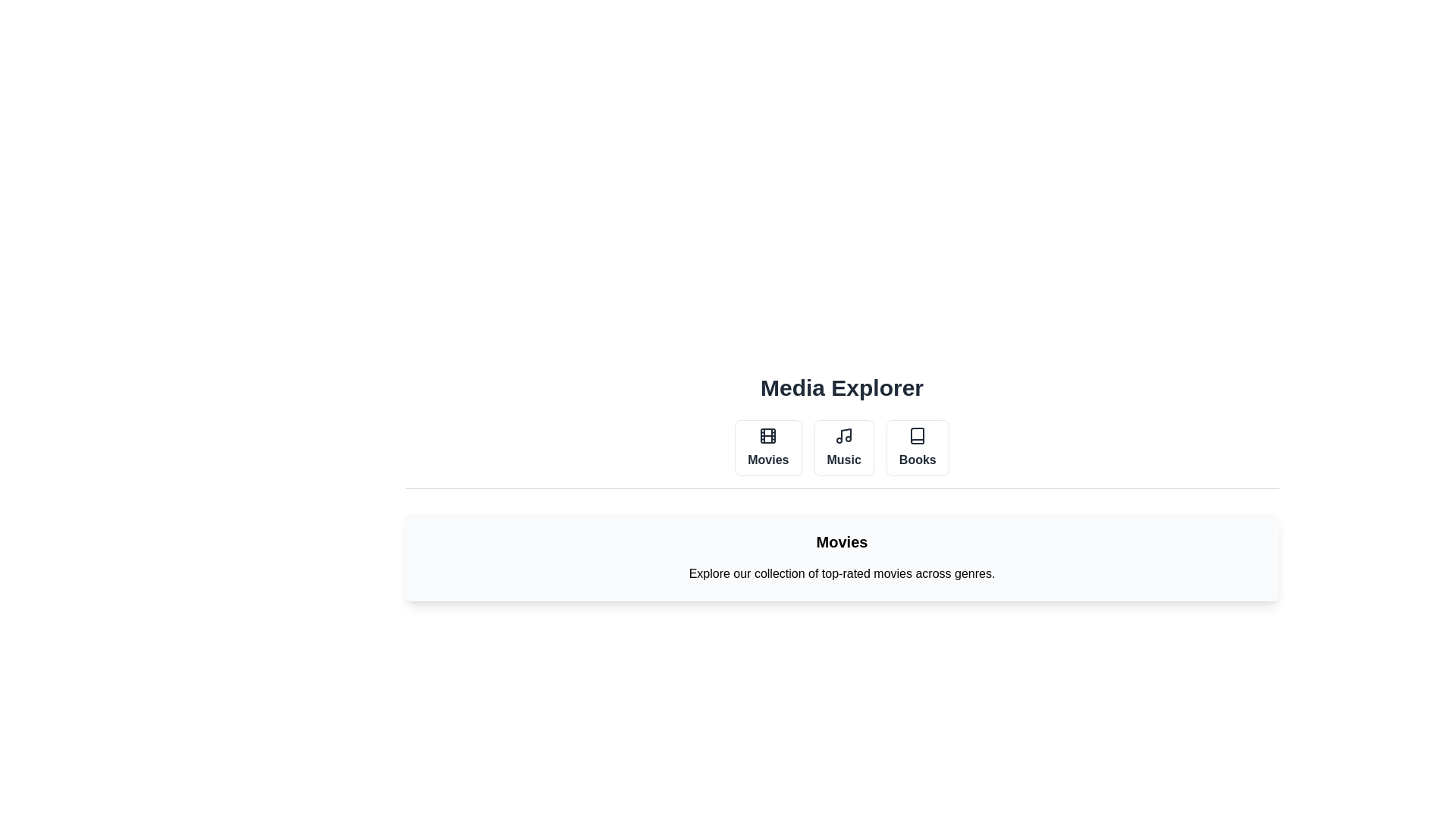  I want to click on the Books tab by clicking on its button, so click(917, 447).